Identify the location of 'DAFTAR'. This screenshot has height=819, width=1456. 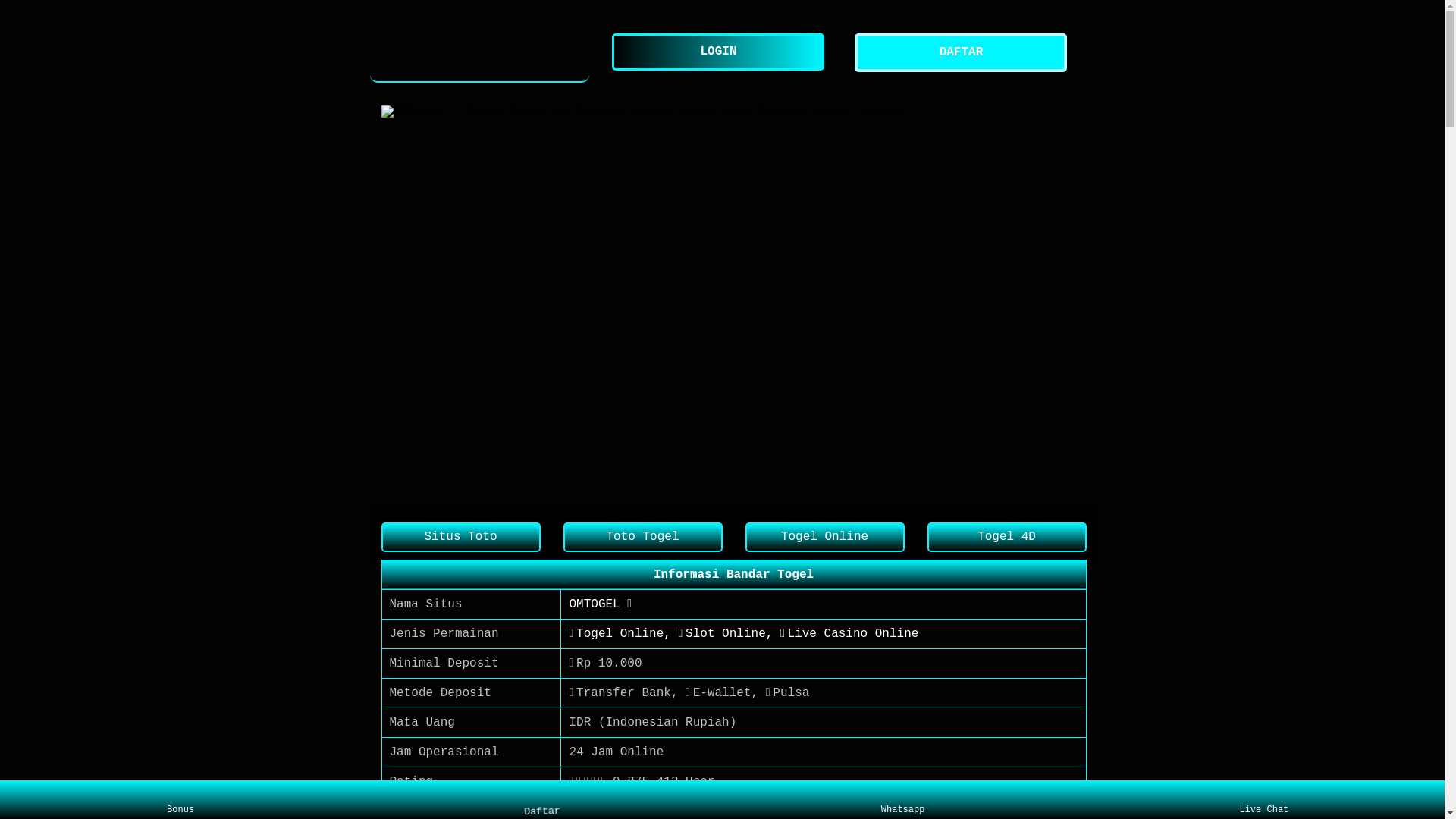
(964, 52).